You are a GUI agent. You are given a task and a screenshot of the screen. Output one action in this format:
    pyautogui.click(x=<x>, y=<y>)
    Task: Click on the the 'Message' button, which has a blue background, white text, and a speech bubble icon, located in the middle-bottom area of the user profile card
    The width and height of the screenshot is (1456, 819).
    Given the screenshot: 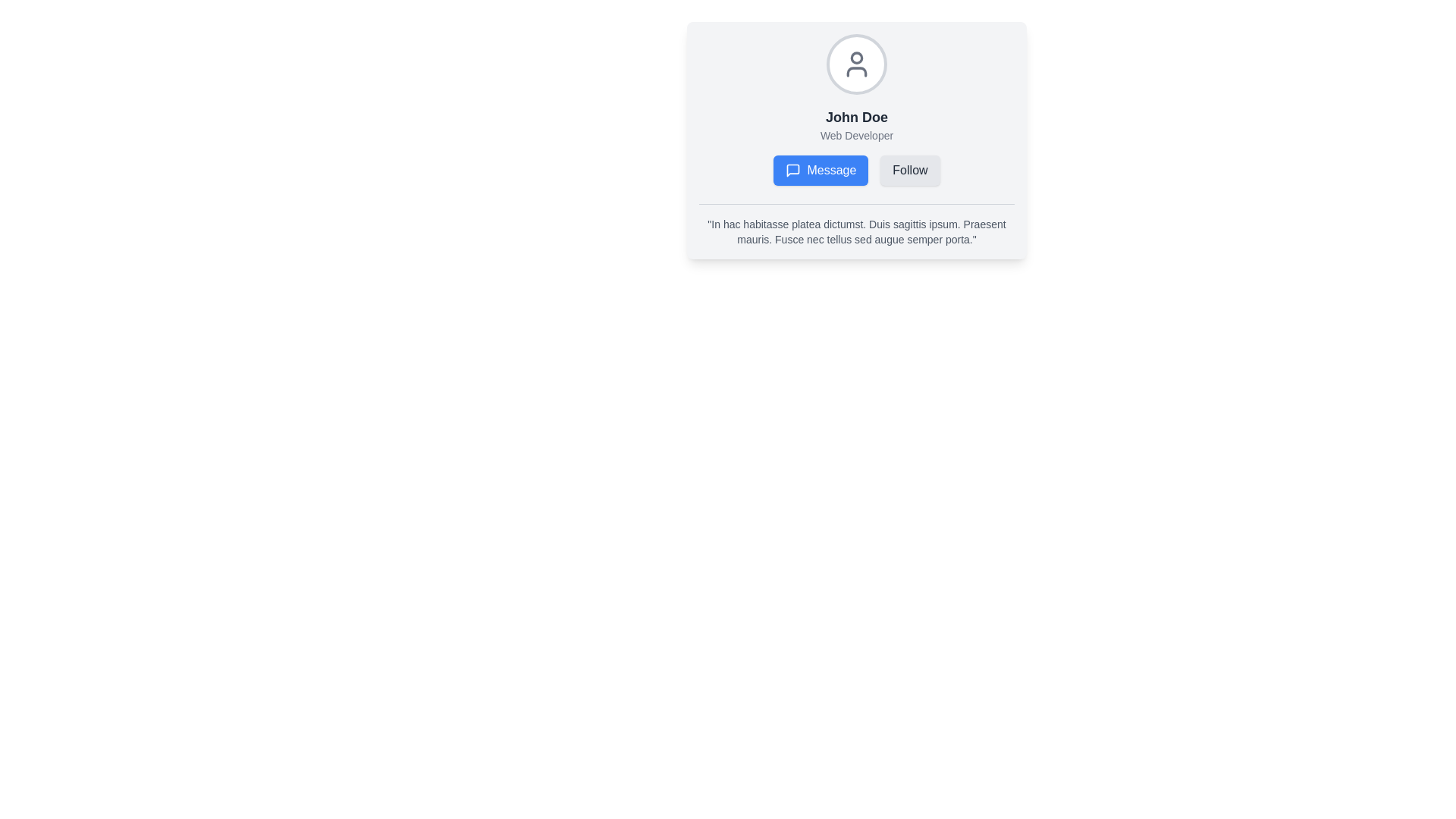 What is the action you would take?
    pyautogui.click(x=820, y=170)
    